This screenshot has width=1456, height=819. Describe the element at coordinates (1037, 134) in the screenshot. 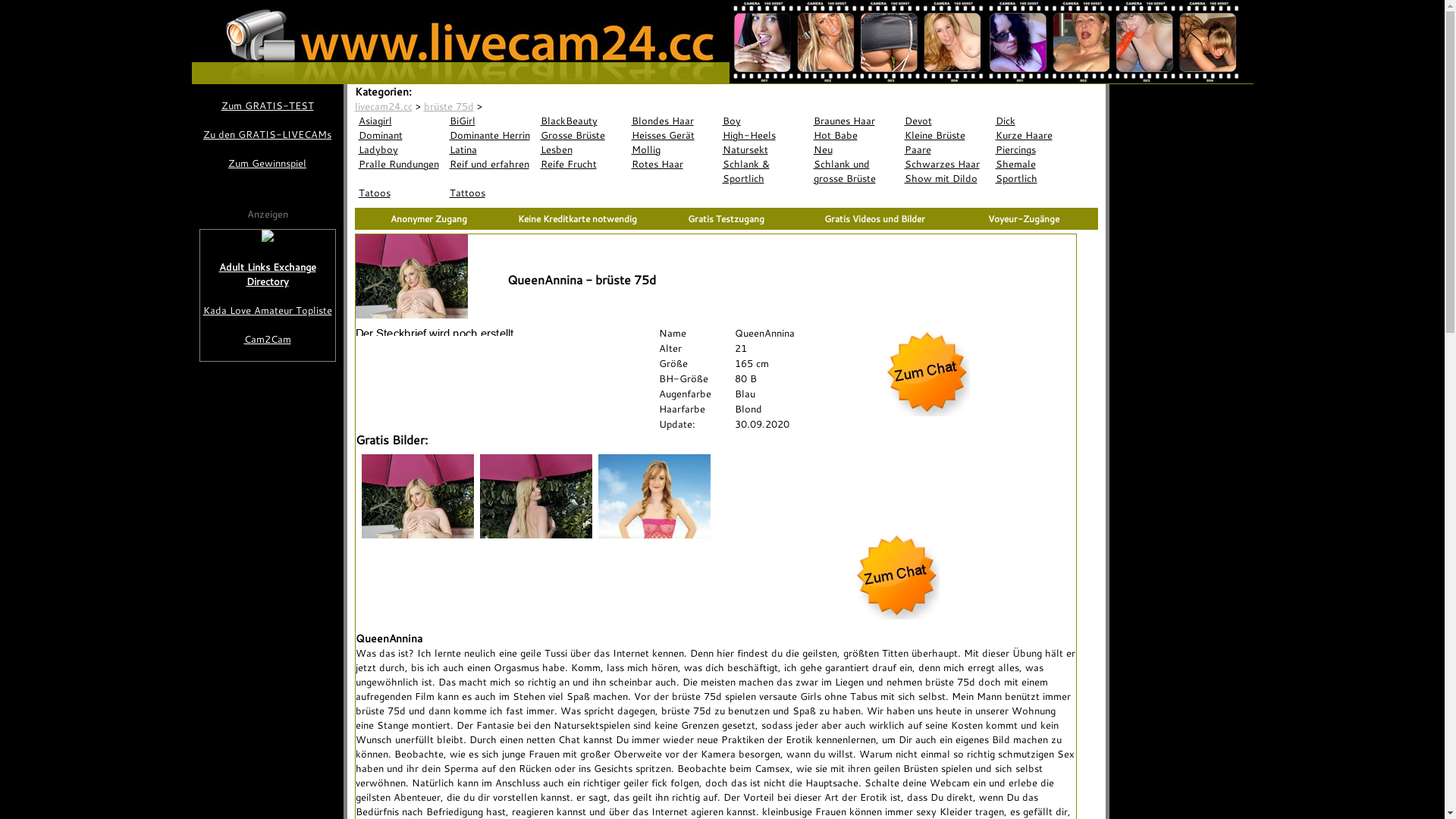

I see `'Kurze Haare'` at that location.